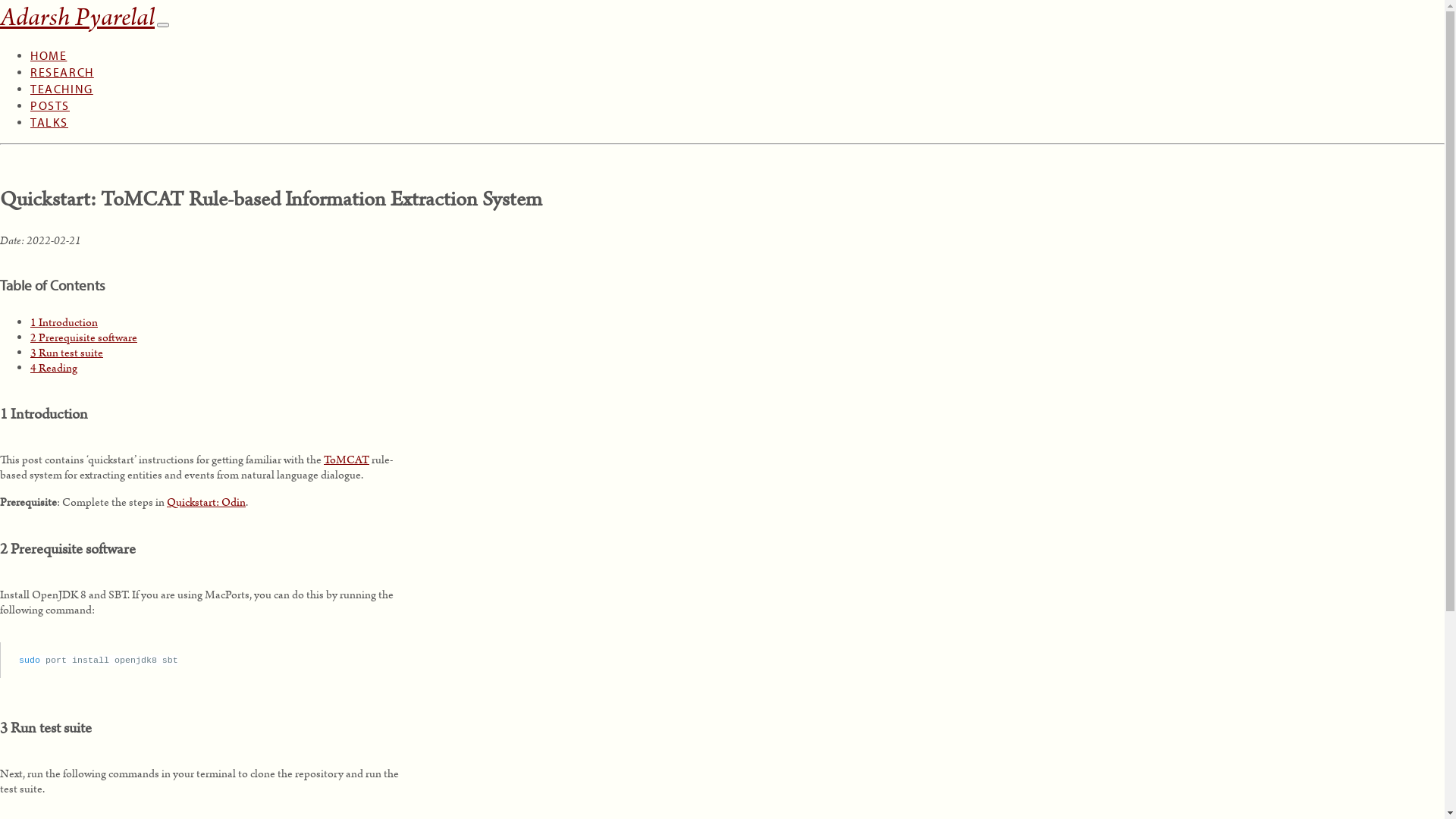 This screenshot has height=819, width=1456. Describe the element at coordinates (206, 502) in the screenshot. I see `'Quickstart: Odin'` at that location.